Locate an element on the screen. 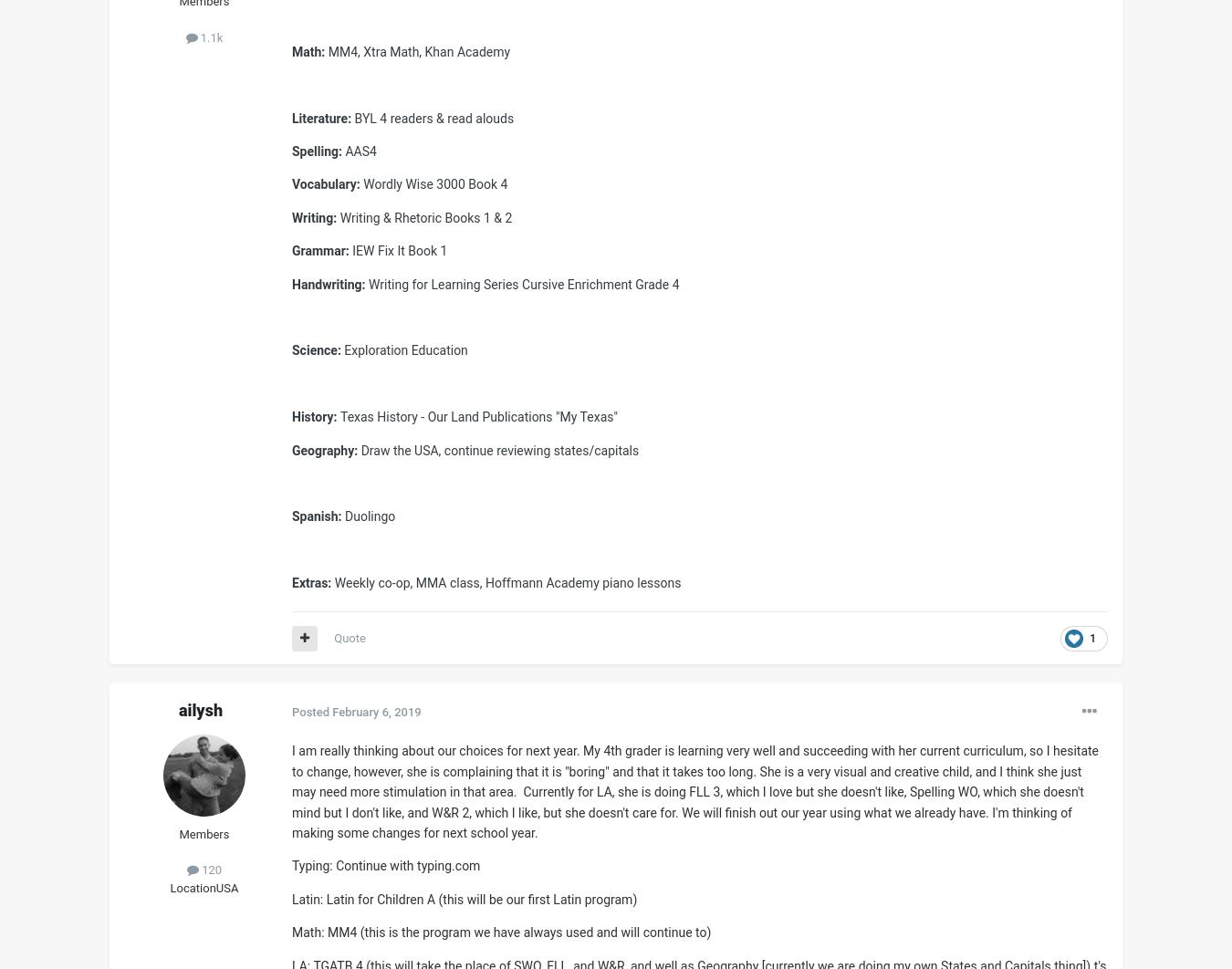 The image size is (1232, 969). 'Typing: Continue with typing.com' is located at coordinates (385, 865).